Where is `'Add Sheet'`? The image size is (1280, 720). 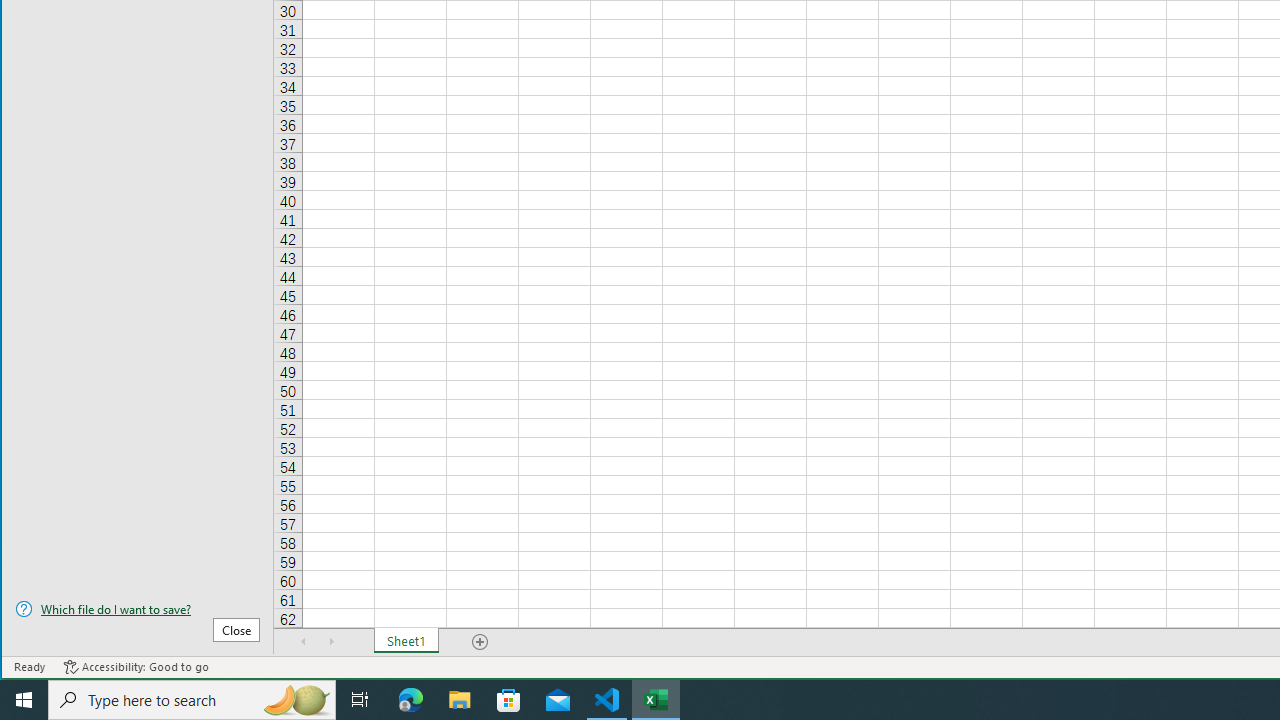 'Add Sheet' is located at coordinates (481, 641).